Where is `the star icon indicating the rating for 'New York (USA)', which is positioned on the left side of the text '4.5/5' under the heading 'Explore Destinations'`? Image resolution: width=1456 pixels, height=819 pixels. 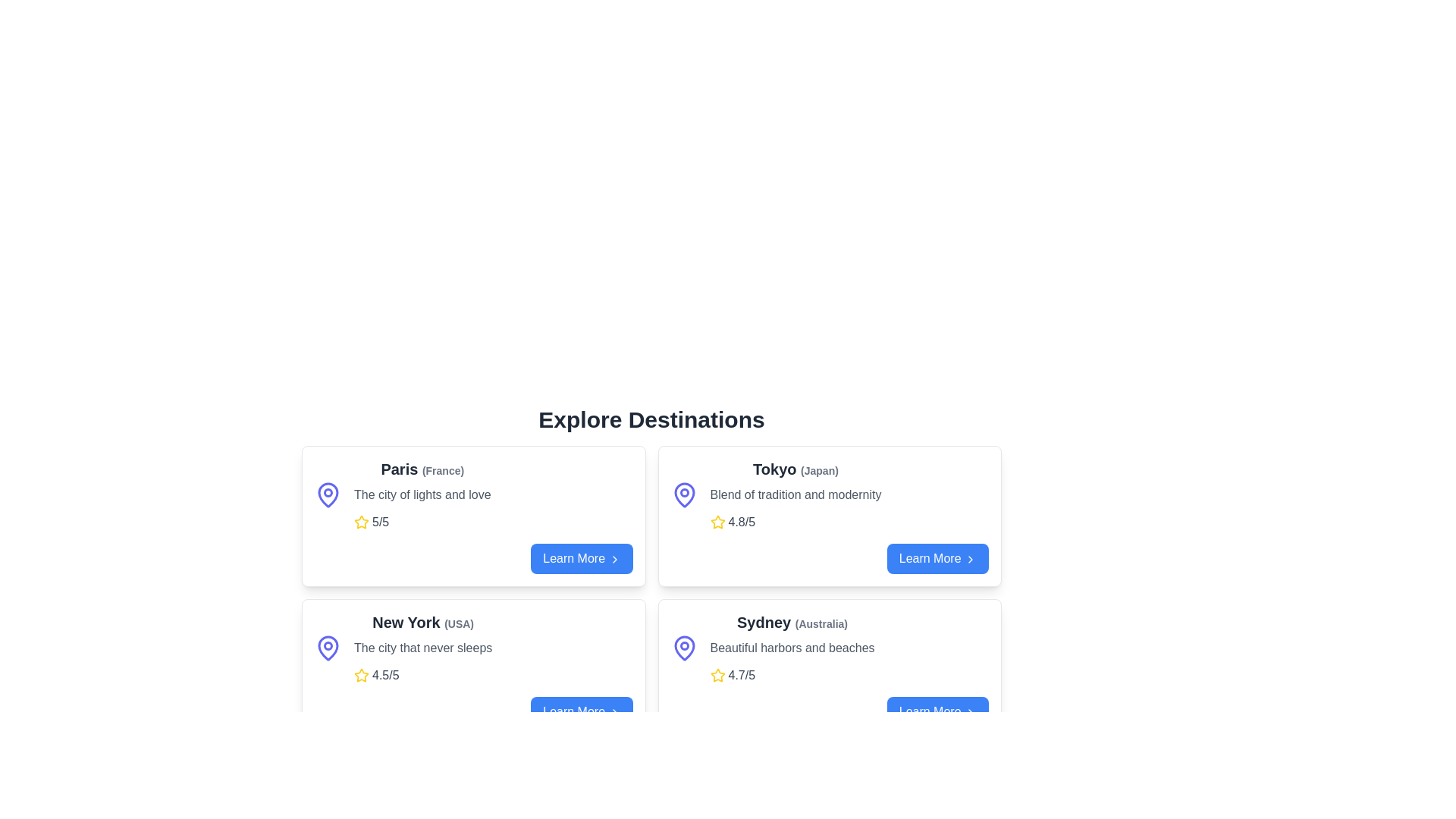 the star icon indicating the rating for 'New York (USA)', which is positioned on the left side of the text '4.5/5' under the heading 'Explore Destinations' is located at coordinates (360, 675).